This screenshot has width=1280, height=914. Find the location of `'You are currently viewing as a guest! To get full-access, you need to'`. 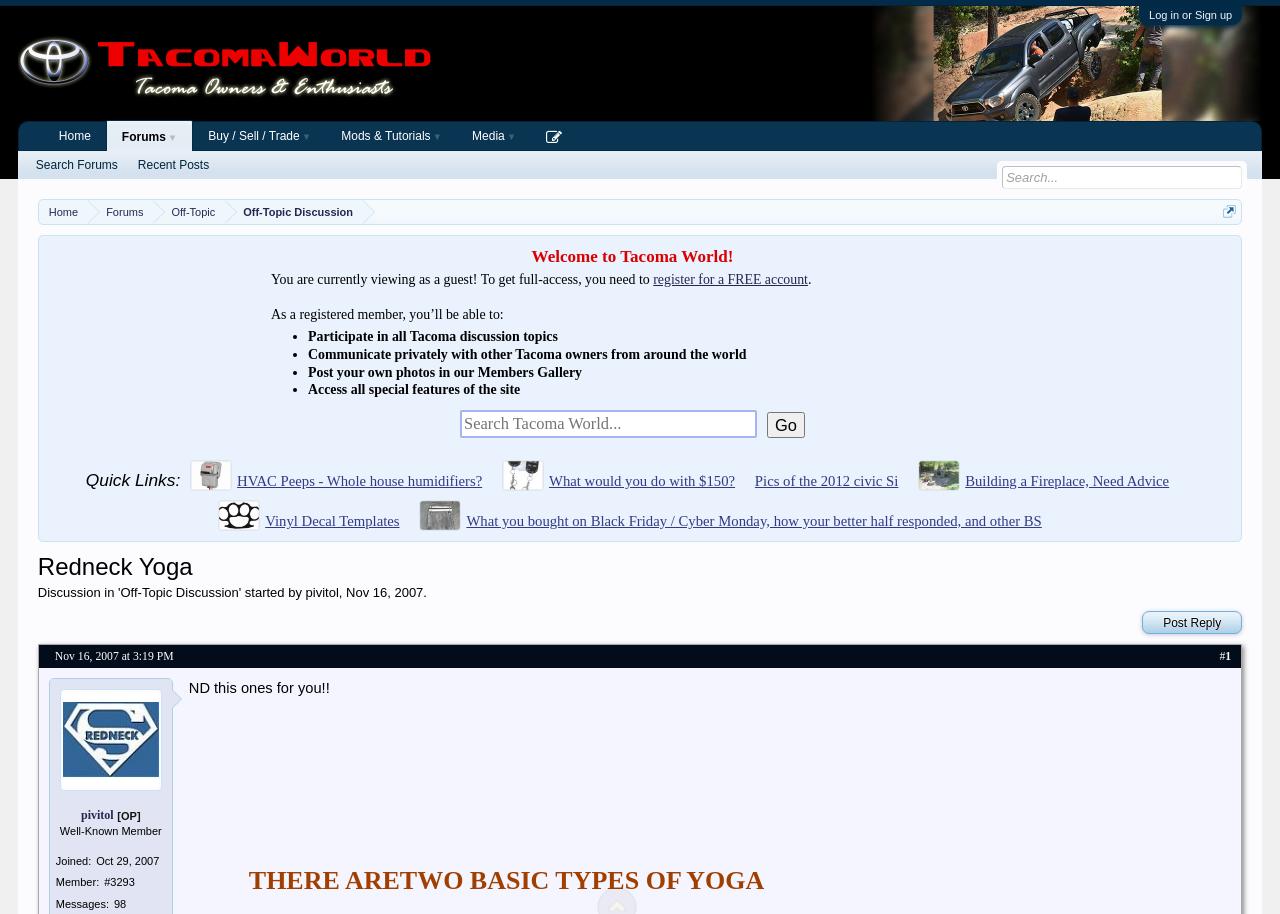

'You are currently viewing as a guest! To get full-access, you need to' is located at coordinates (460, 278).